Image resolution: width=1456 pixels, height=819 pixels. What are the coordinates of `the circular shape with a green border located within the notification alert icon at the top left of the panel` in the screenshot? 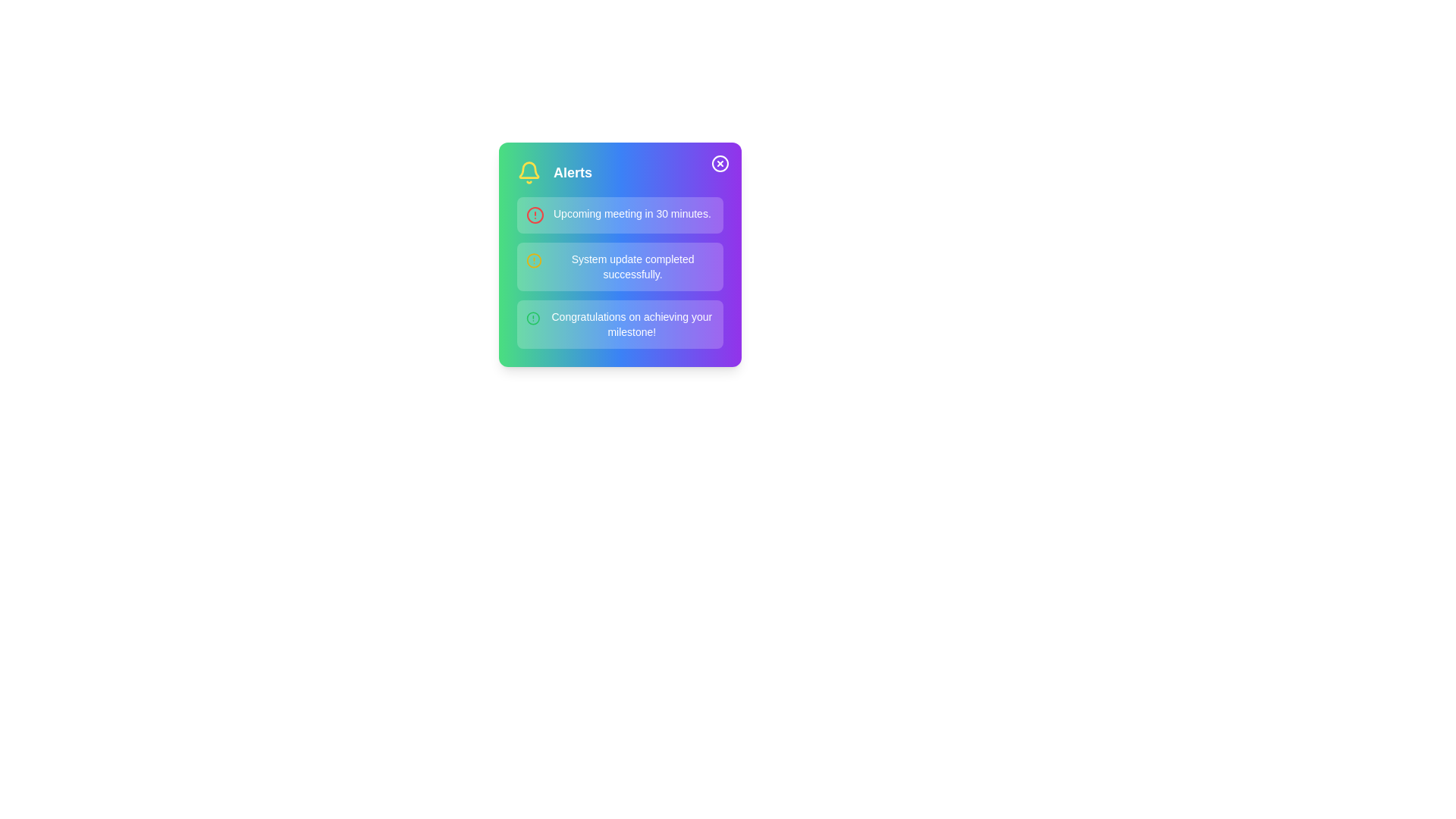 It's located at (533, 318).